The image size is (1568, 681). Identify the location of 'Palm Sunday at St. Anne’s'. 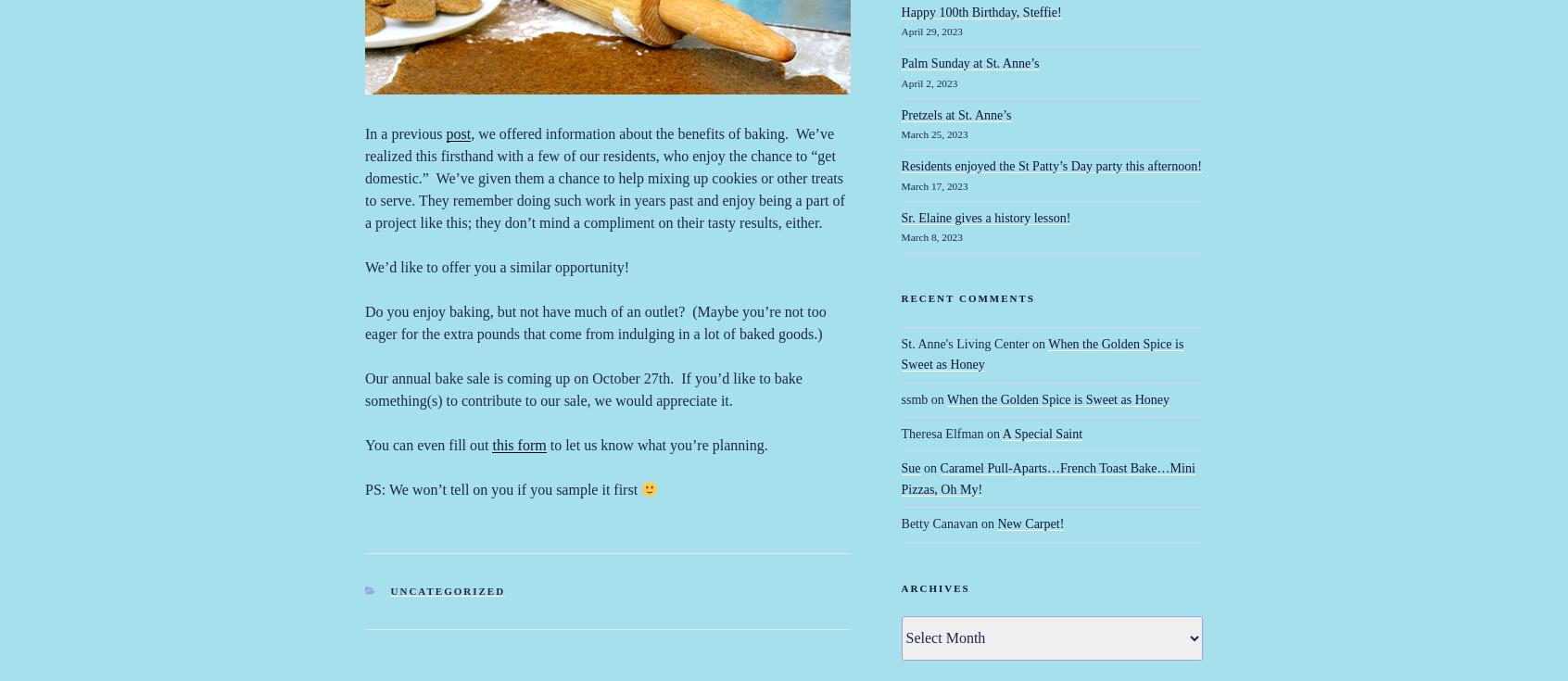
(968, 63).